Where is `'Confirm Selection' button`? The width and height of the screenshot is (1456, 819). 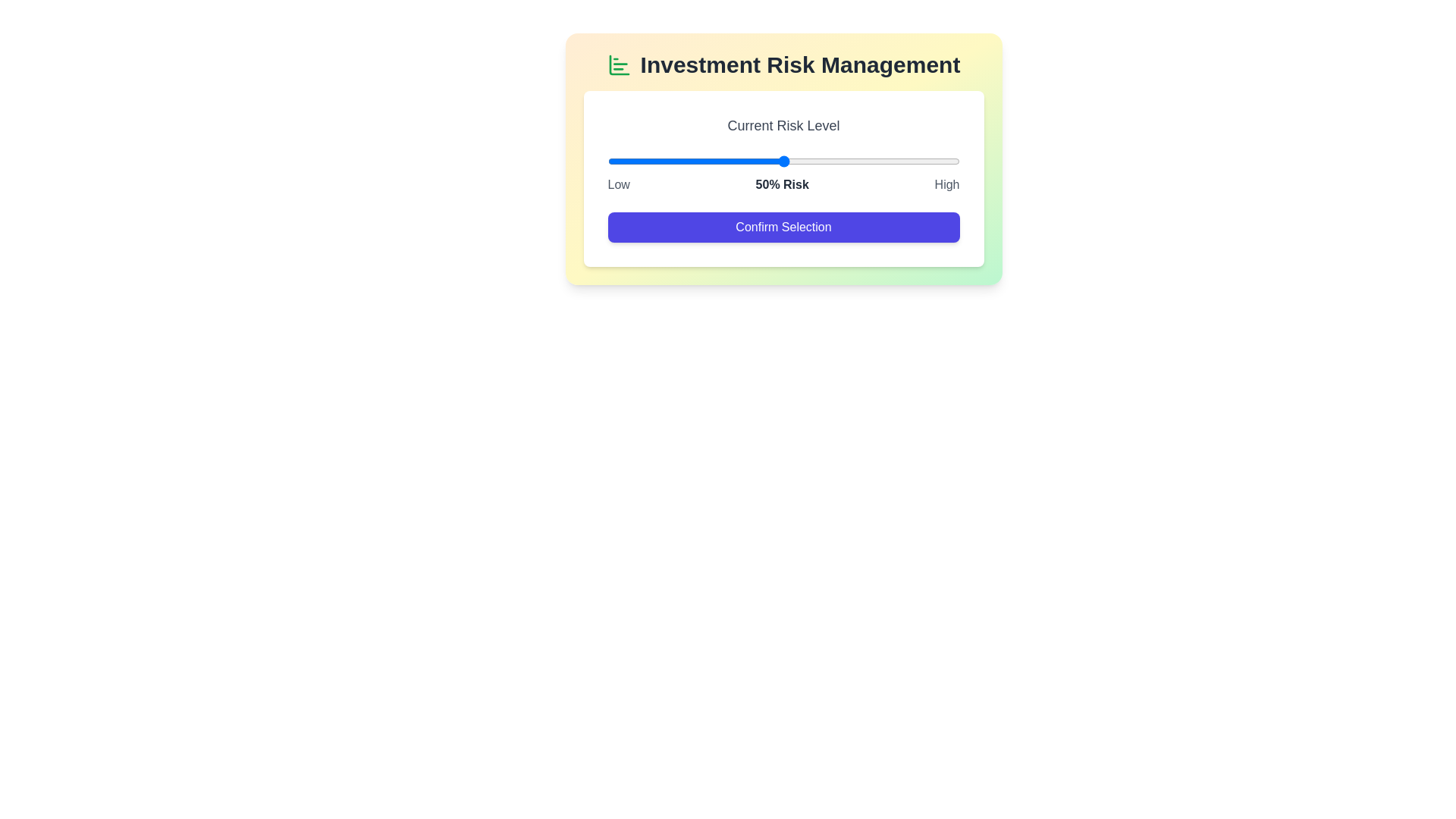 'Confirm Selection' button is located at coordinates (783, 227).